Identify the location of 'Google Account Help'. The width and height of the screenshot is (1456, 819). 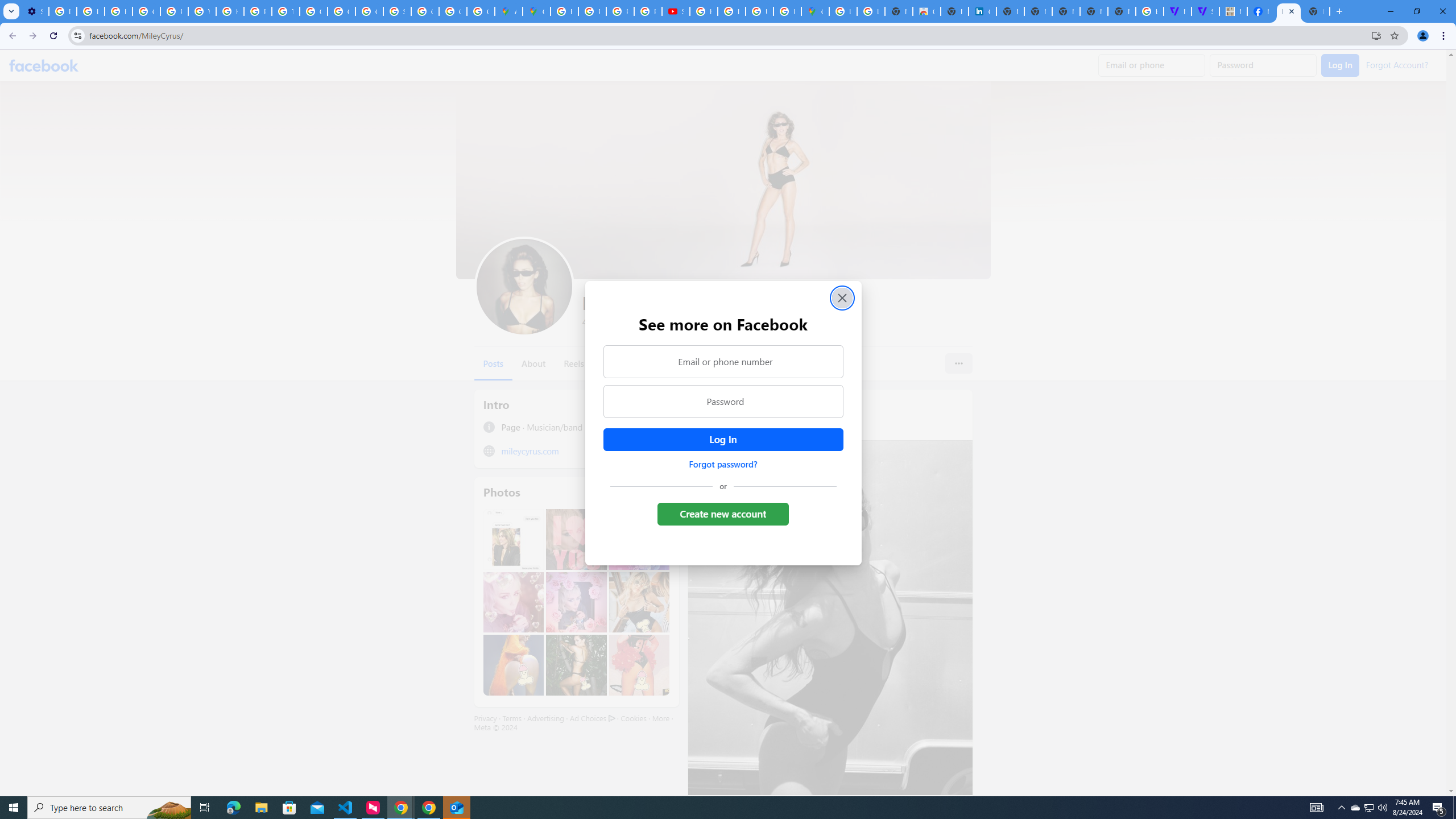
(146, 11).